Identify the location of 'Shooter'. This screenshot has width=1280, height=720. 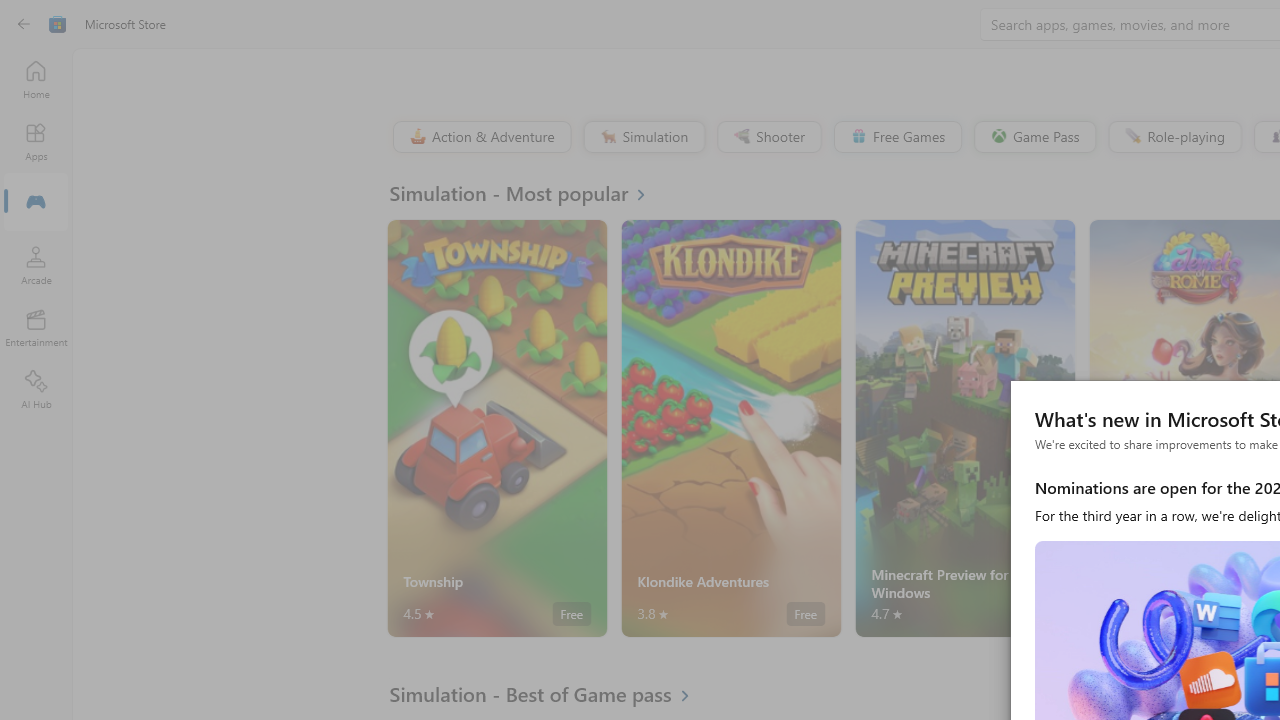
(767, 135).